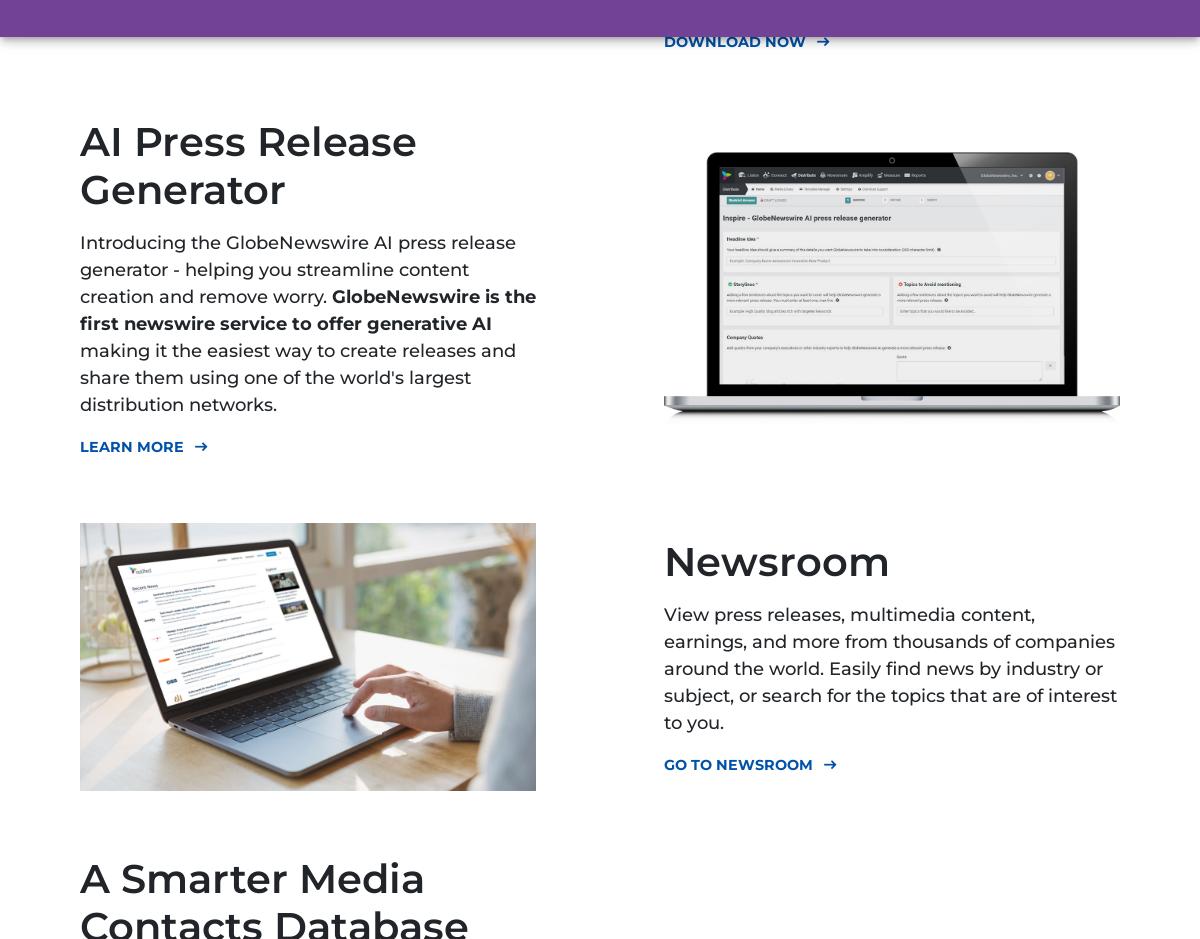 The height and width of the screenshot is (939, 1200). I want to click on 'AI Press Release Generator', so click(247, 164).